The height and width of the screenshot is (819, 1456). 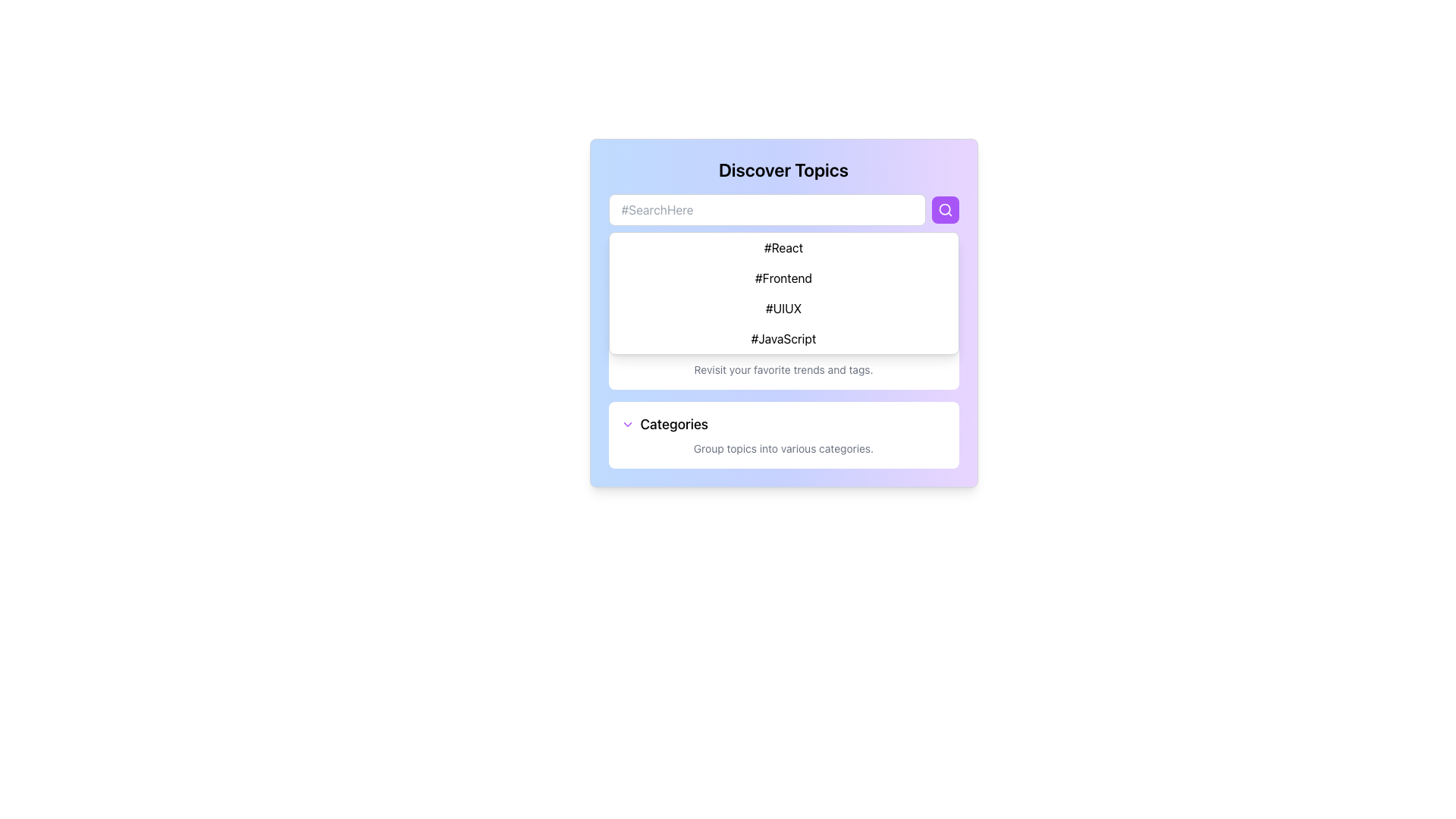 What do you see at coordinates (627, 424) in the screenshot?
I see `the downward-facing purple chevron icon located to the left of the 'Categories' text` at bounding box center [627, 424].